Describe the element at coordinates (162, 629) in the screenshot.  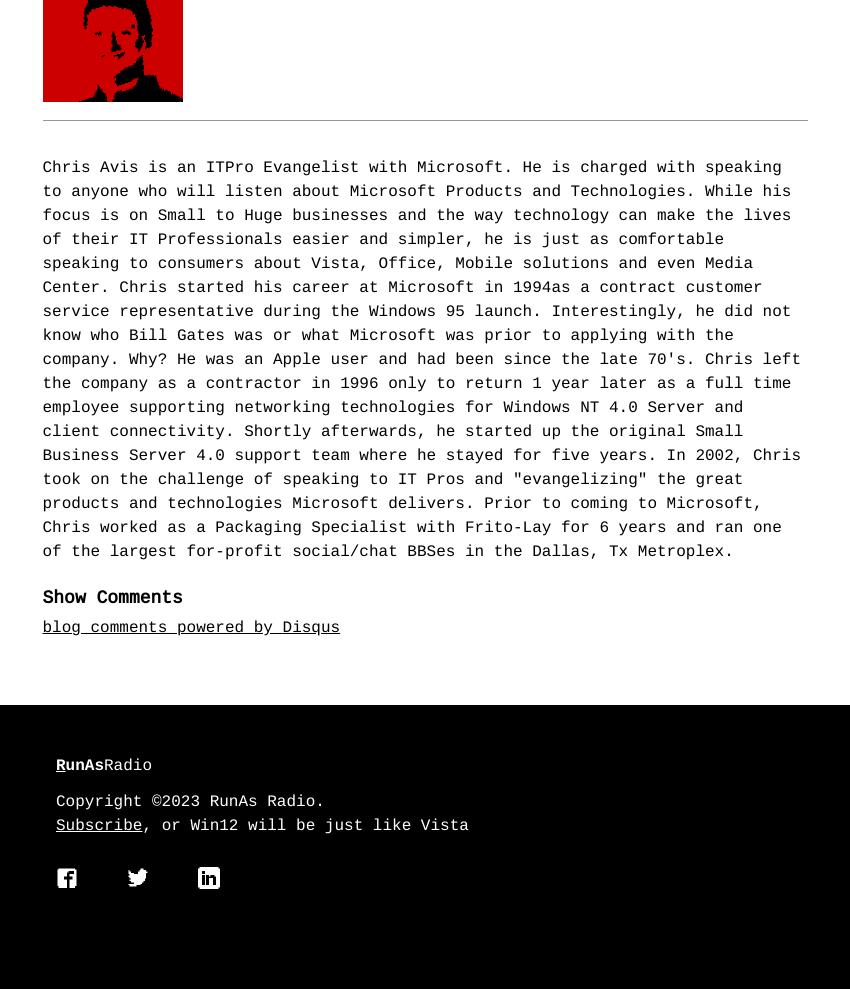
I see `'blog comments powered by'` at that location.